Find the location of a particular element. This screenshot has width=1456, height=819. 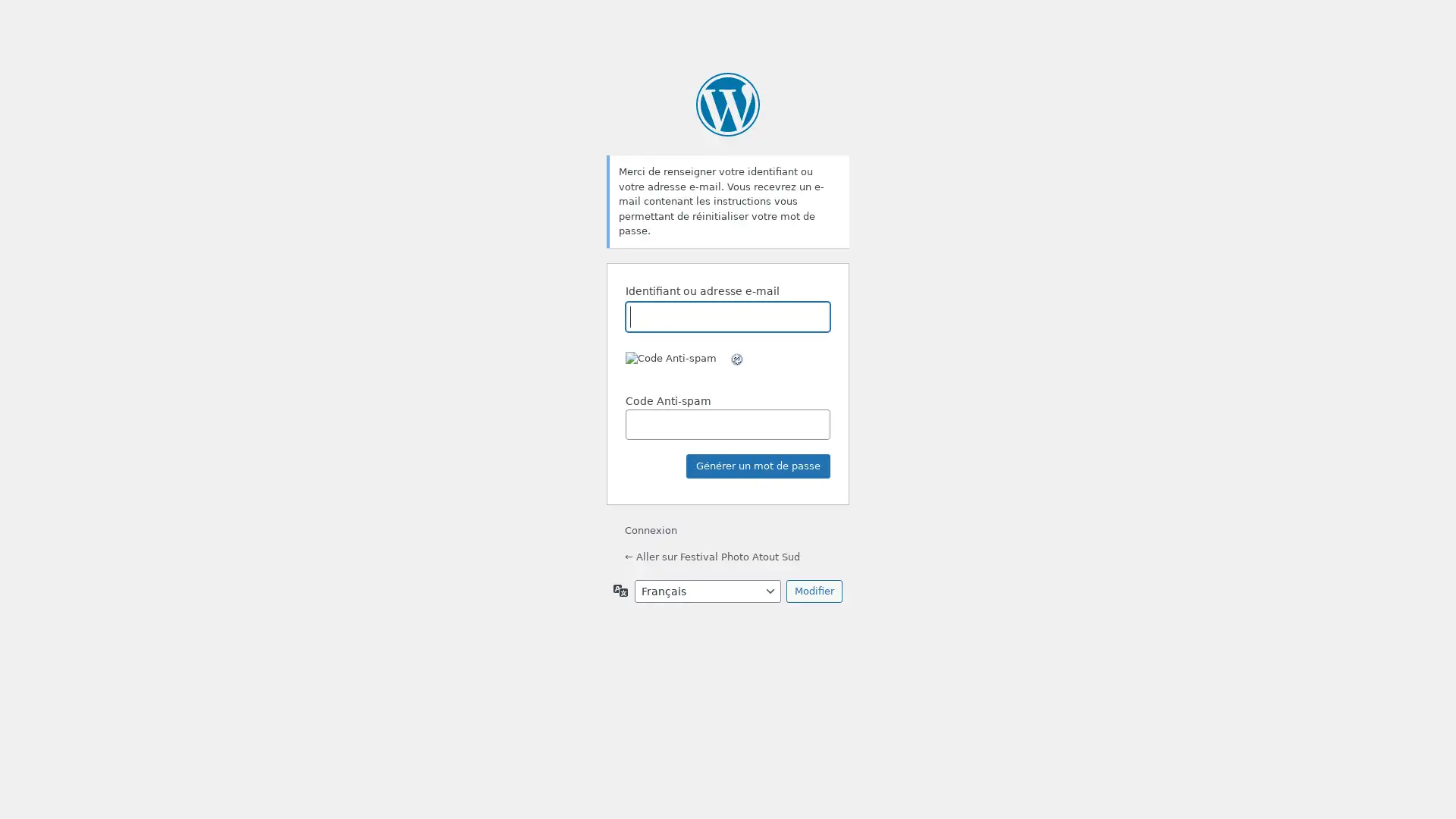

Modifier is located at coordinates (814, 590).